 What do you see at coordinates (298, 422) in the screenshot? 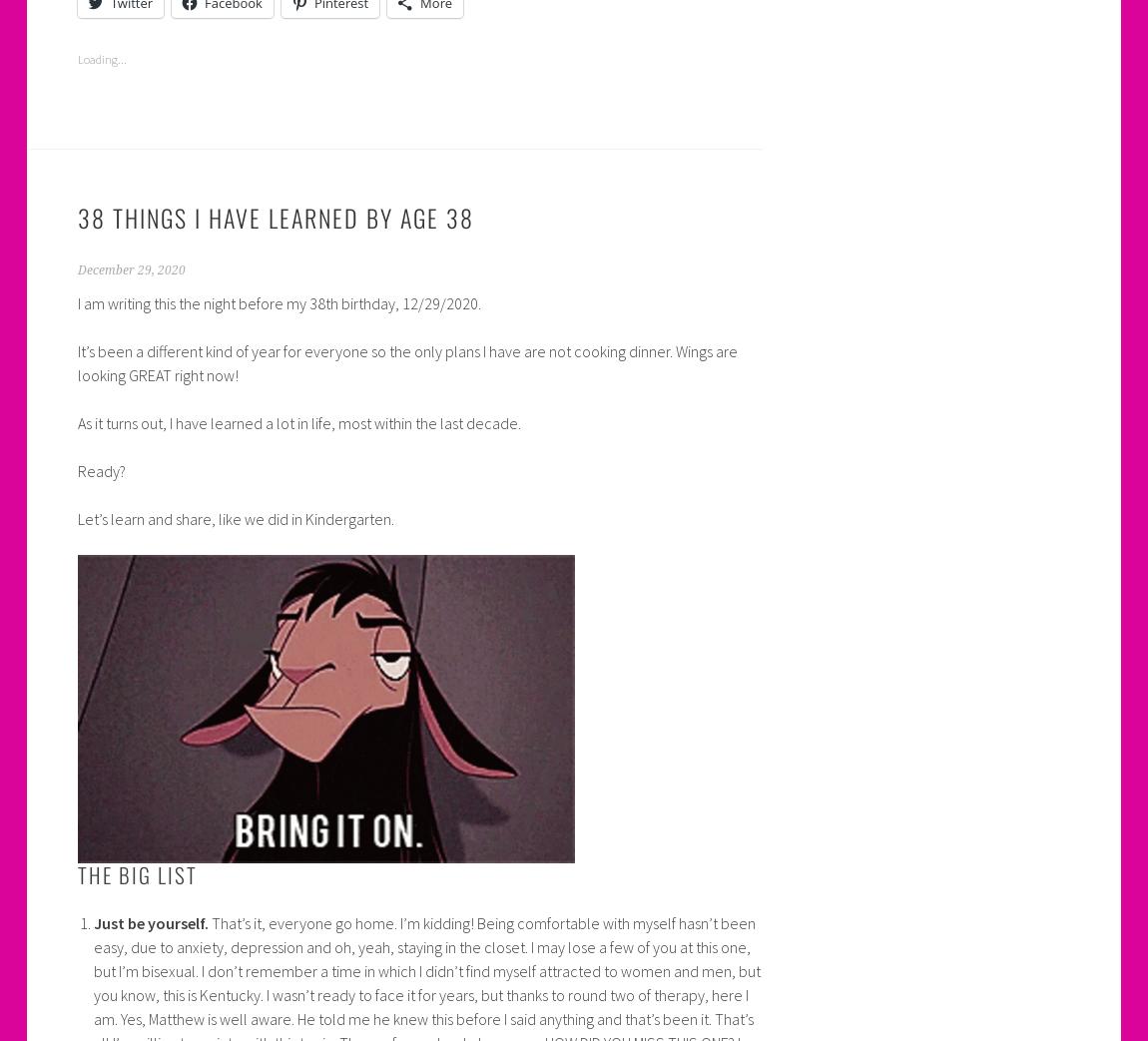
I see `'As it turns out, I have learned a lot in life, most within the last decade.'` at bounding box center [298, 422].